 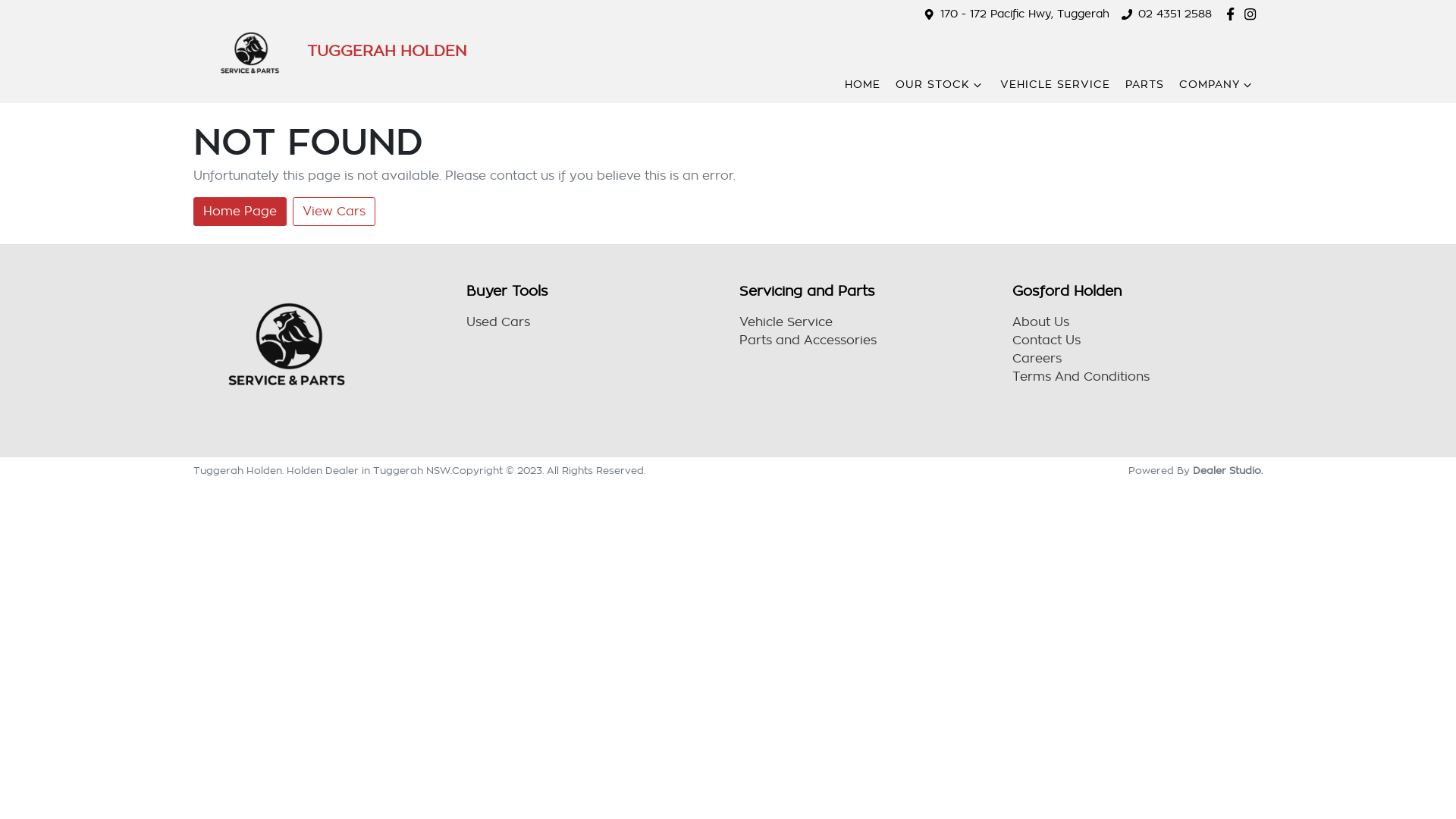 I want to click on 'Home Page', so click(x=239, y=211).